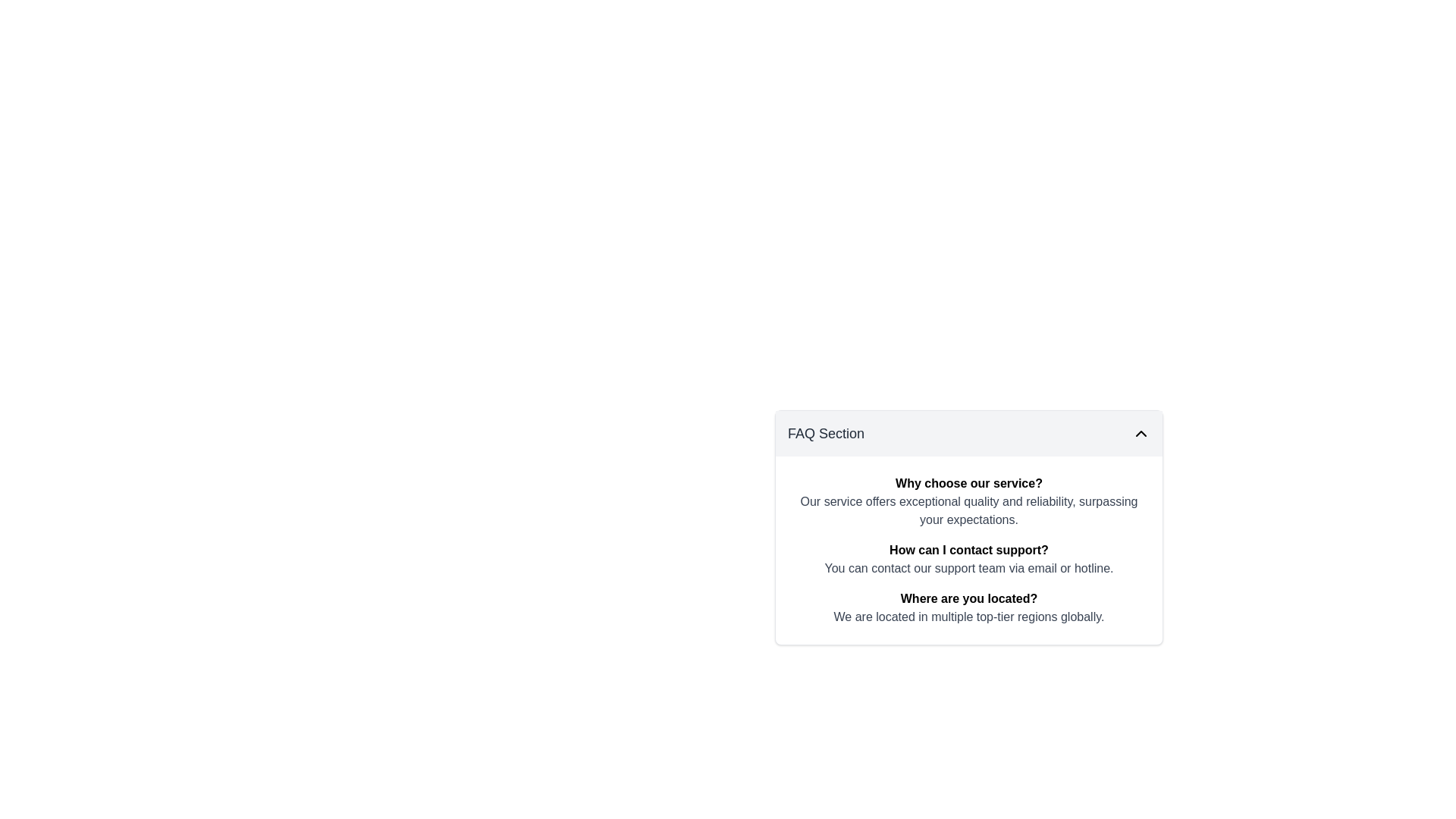 This screenshot has width=1456, height=819. I want to click on bolded black text string 'Why choose our service?' located in the FAQ section at the top of the card-like layout, so click(968, 483).